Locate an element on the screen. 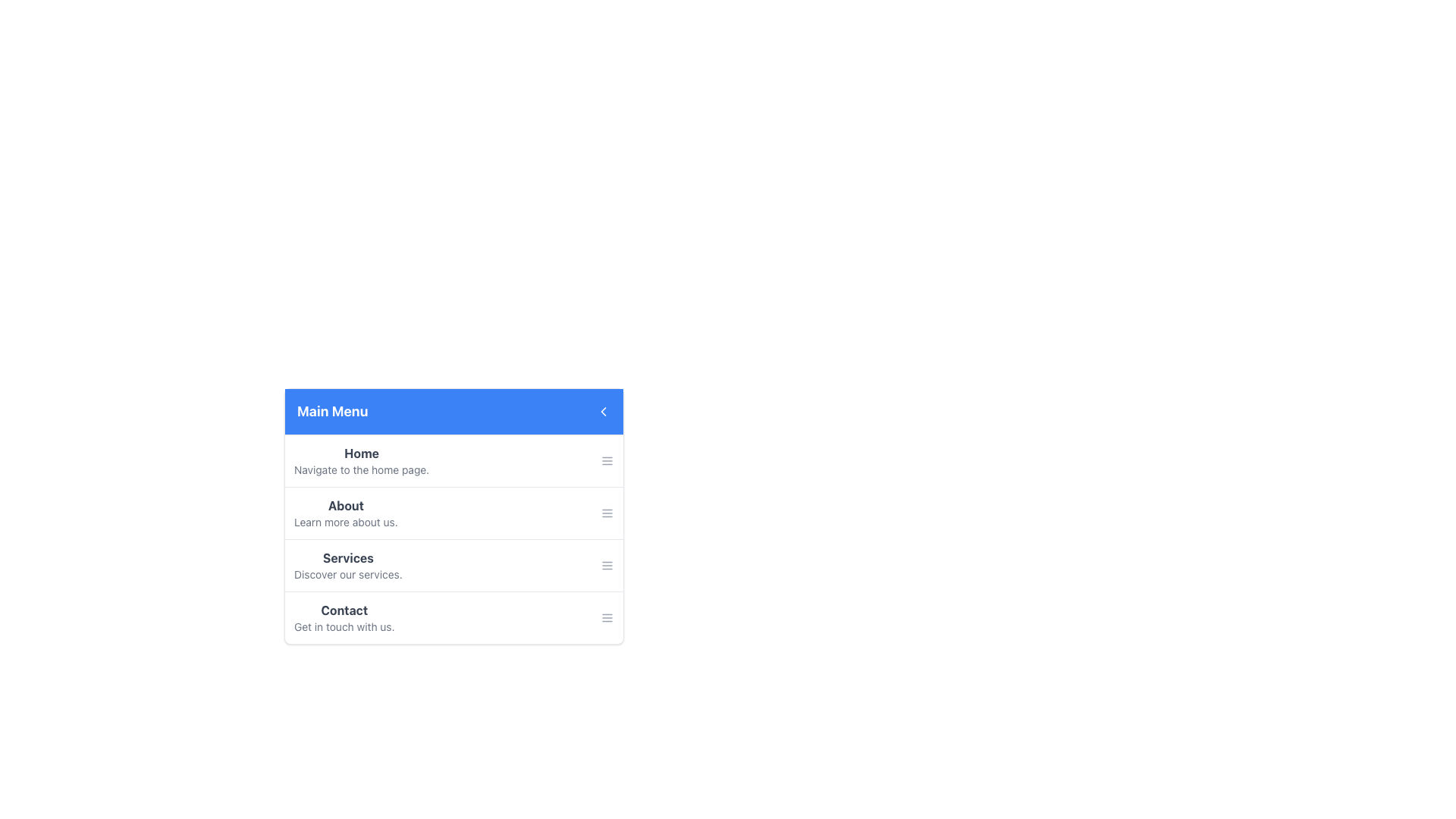 This screenshot has height=819, width=1456. the 'Main Menu' text label, which is styled in bold font on a blue background in the header section is located at coordinates (331, 412).